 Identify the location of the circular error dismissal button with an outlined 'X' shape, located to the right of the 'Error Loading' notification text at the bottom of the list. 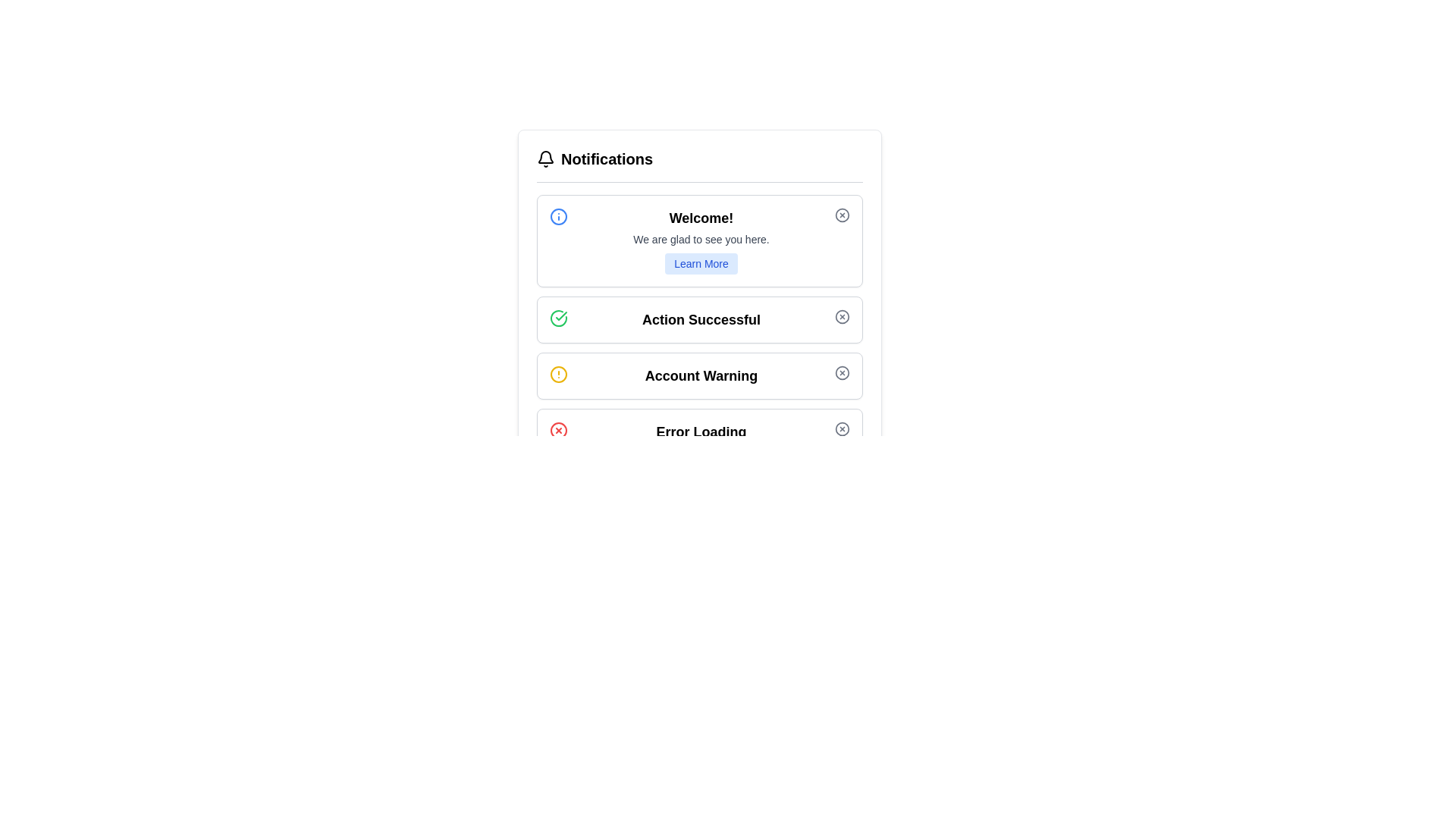
(841, 429).